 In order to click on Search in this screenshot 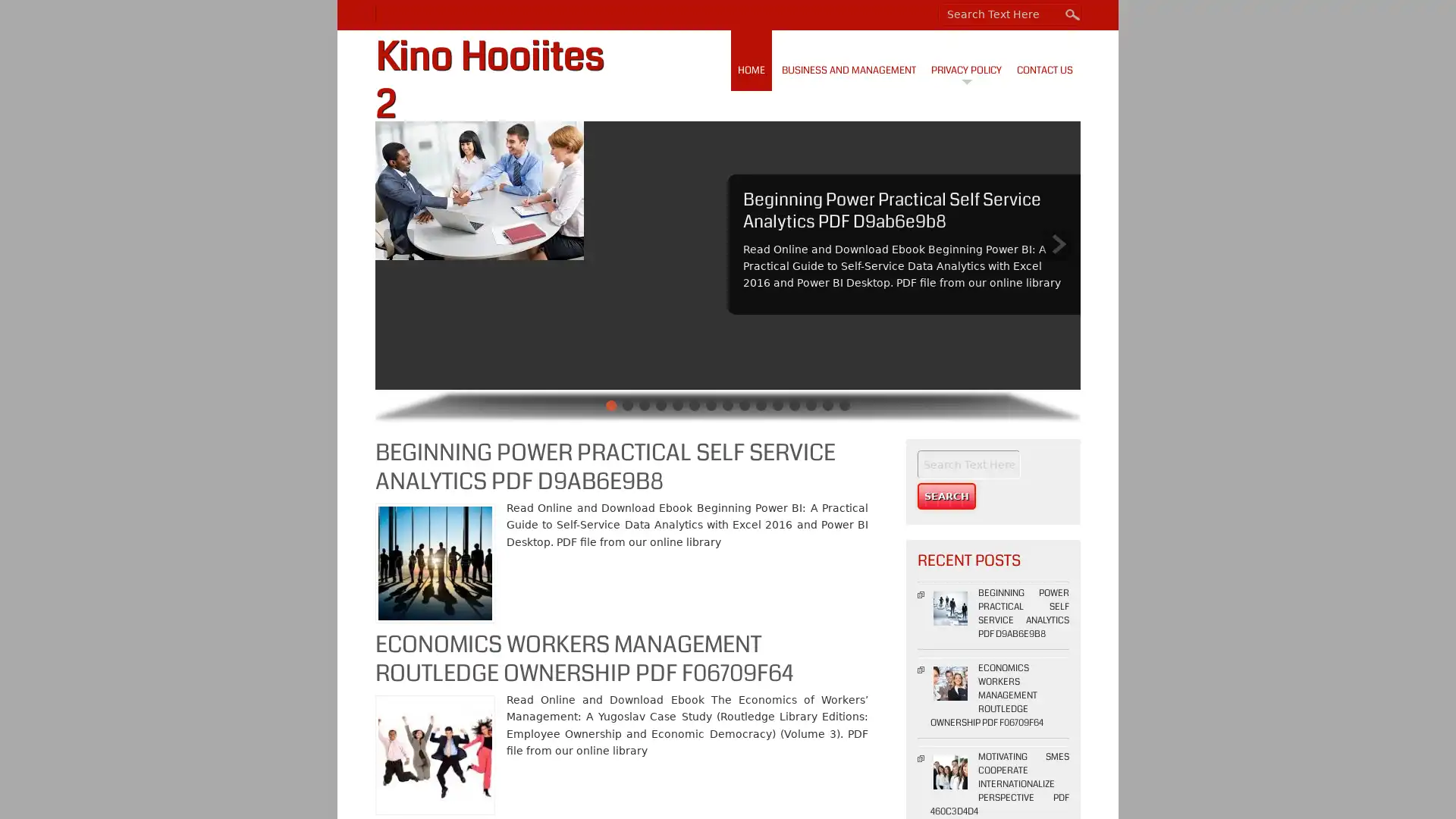, I will do `click(946, 496)`.